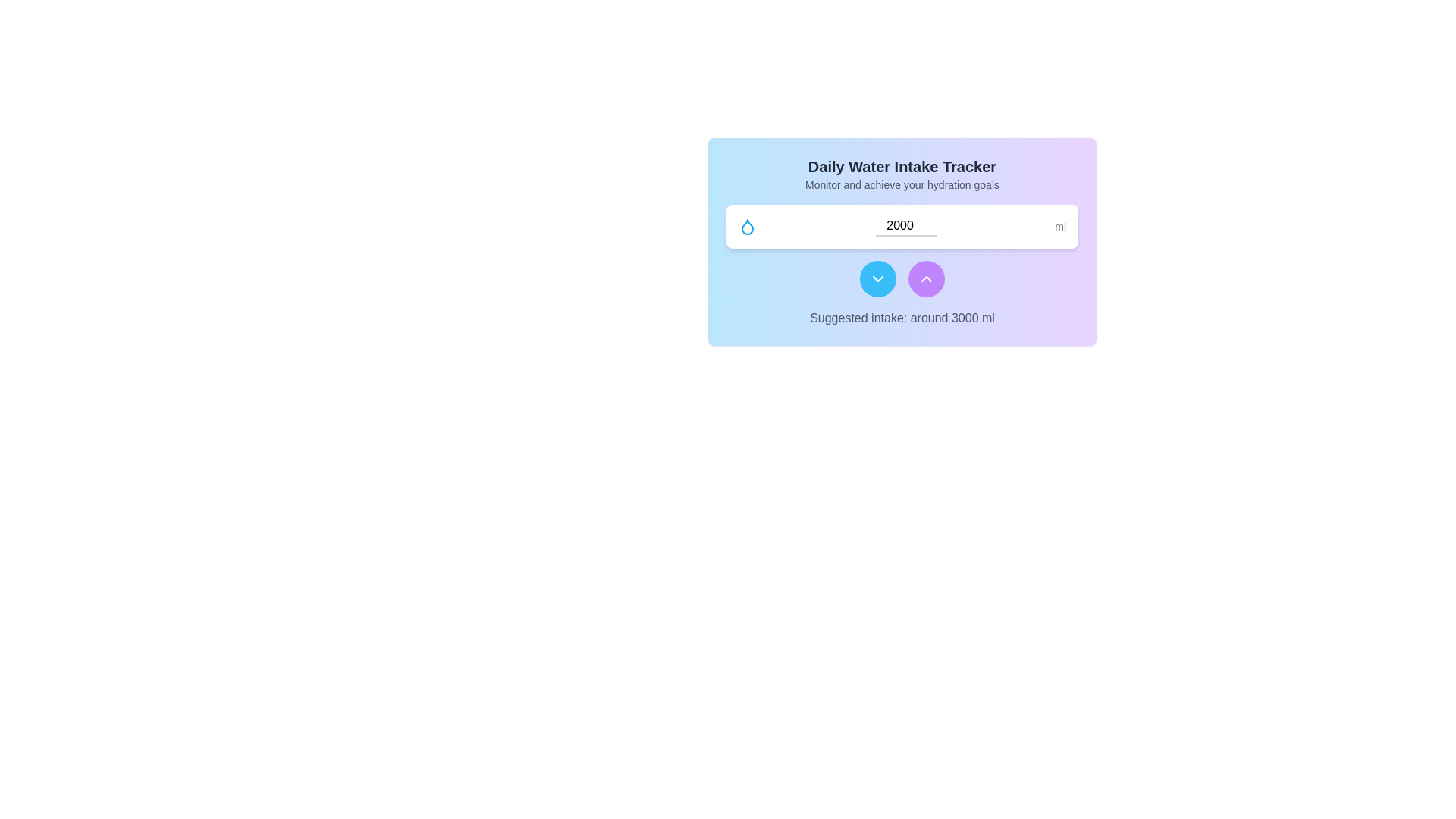 This screenshot has height=819, width=1456. Describe the element at coordinates (877, 278) in the screenshot. I see `the circular light blue button with a white downward-pointing chevron icon to observe its hover state` at that location.